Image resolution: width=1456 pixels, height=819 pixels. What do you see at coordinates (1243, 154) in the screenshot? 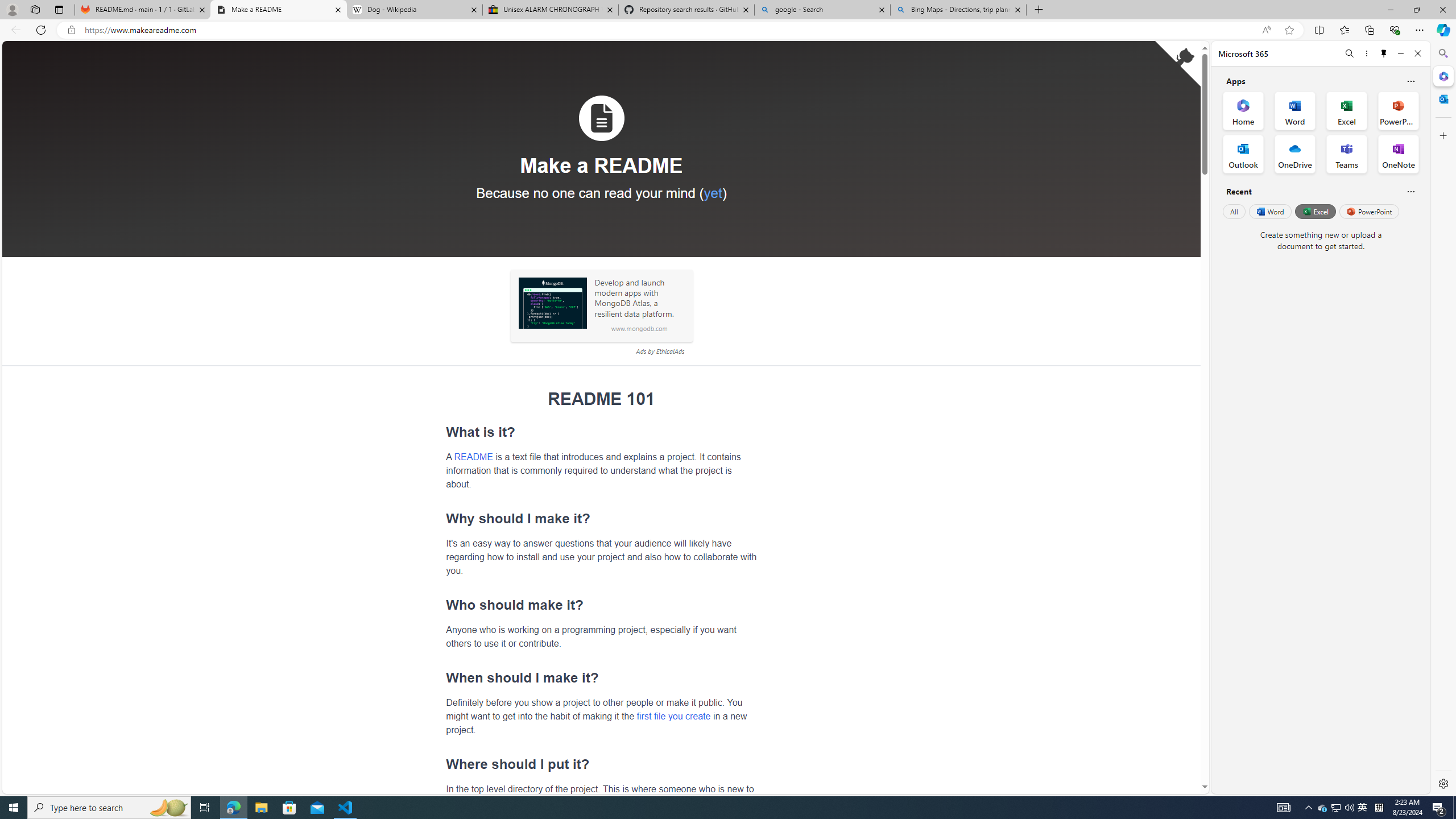
I see `'Outlook Office App'` at bounding box center [1243, 154].